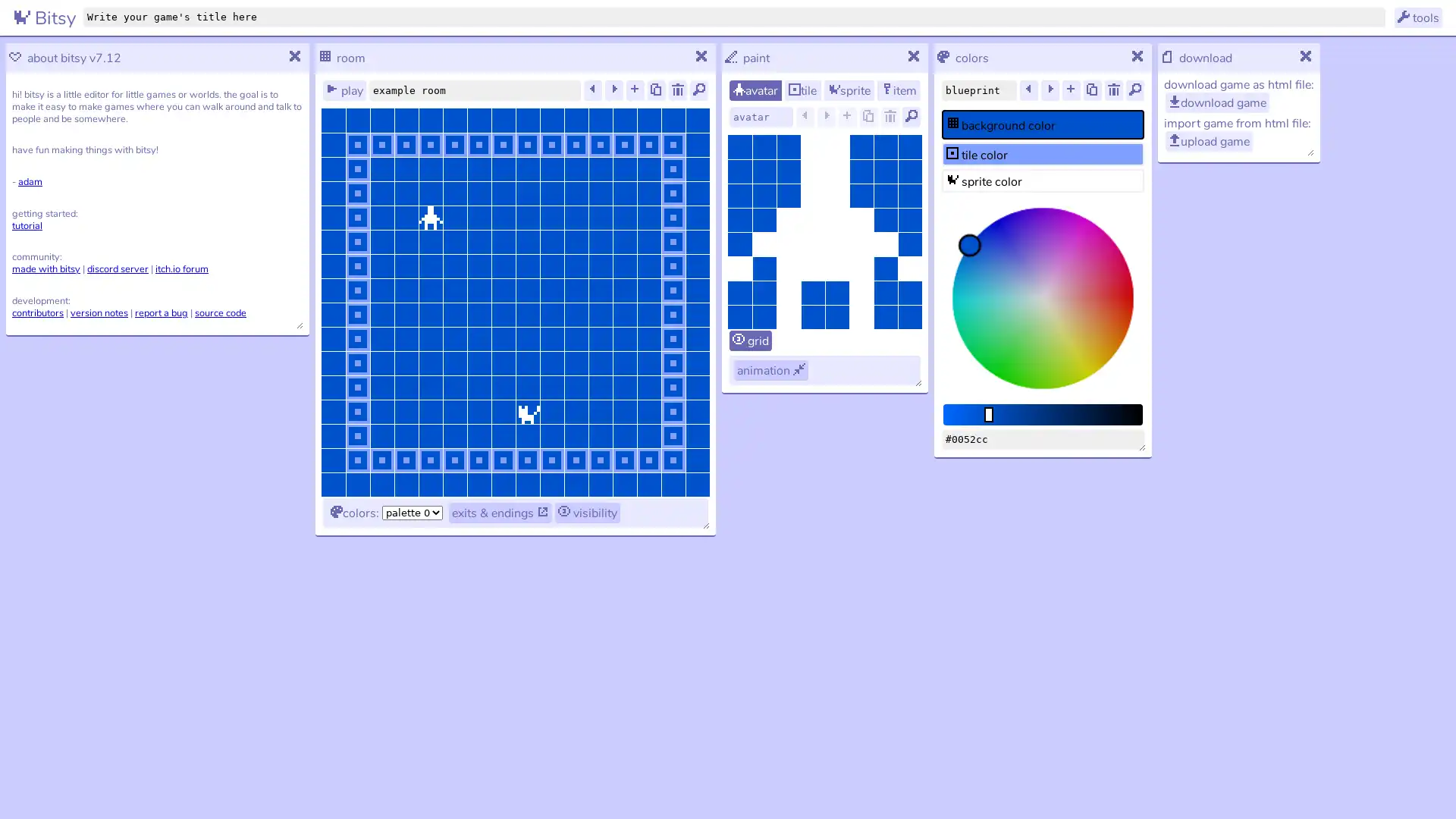 This screenshot has width=1456, height=819. What do you see at coordinates (1050, 90) in the screenshot?
I see `next color palette` at bounding box center [1050, 90].